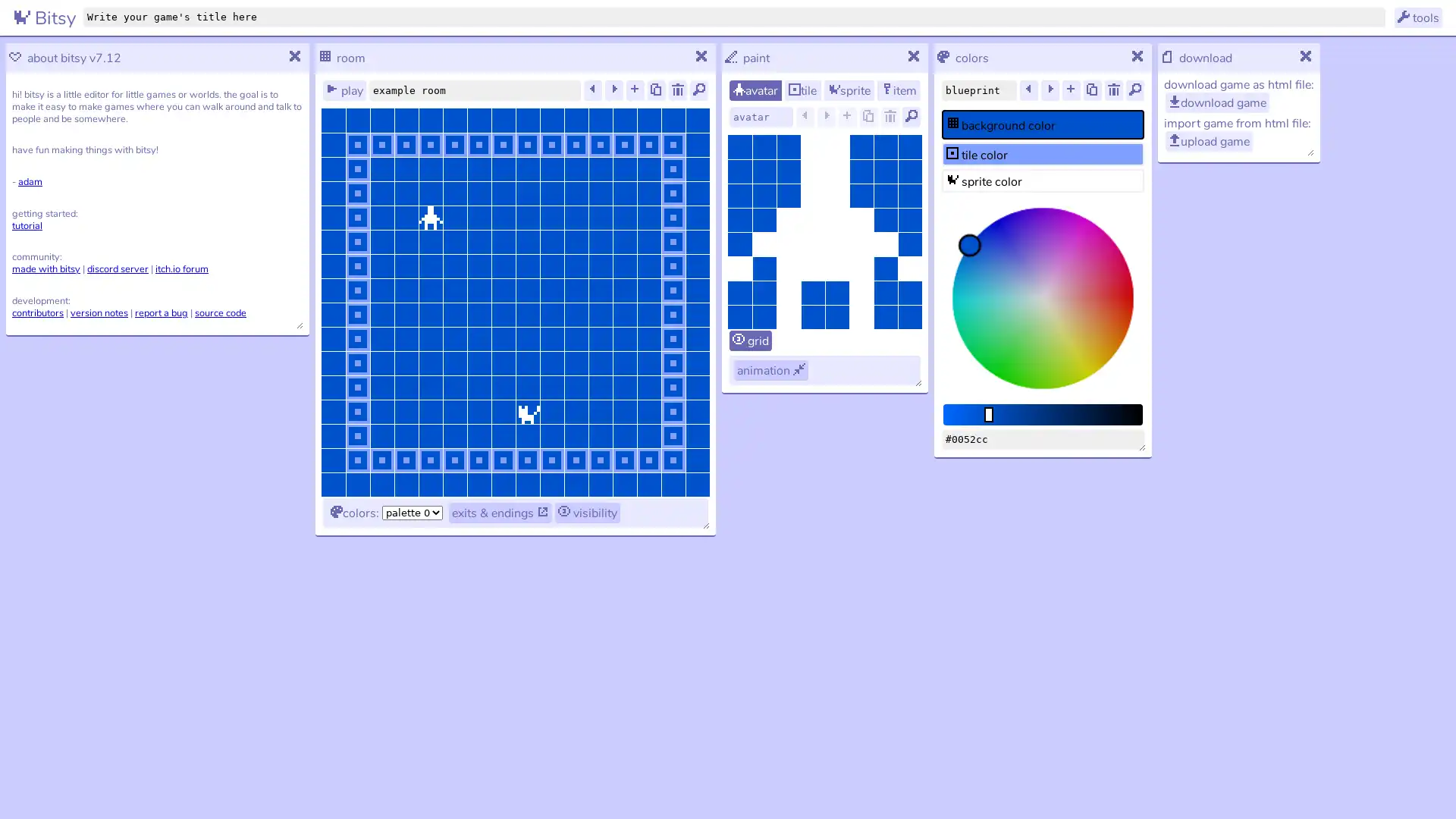 This screenshot has width=1456, height=819. What do you see at coordinates (1050, 90) in the screenshot?
I see `next color palette` at bounding box center [1050, 90].